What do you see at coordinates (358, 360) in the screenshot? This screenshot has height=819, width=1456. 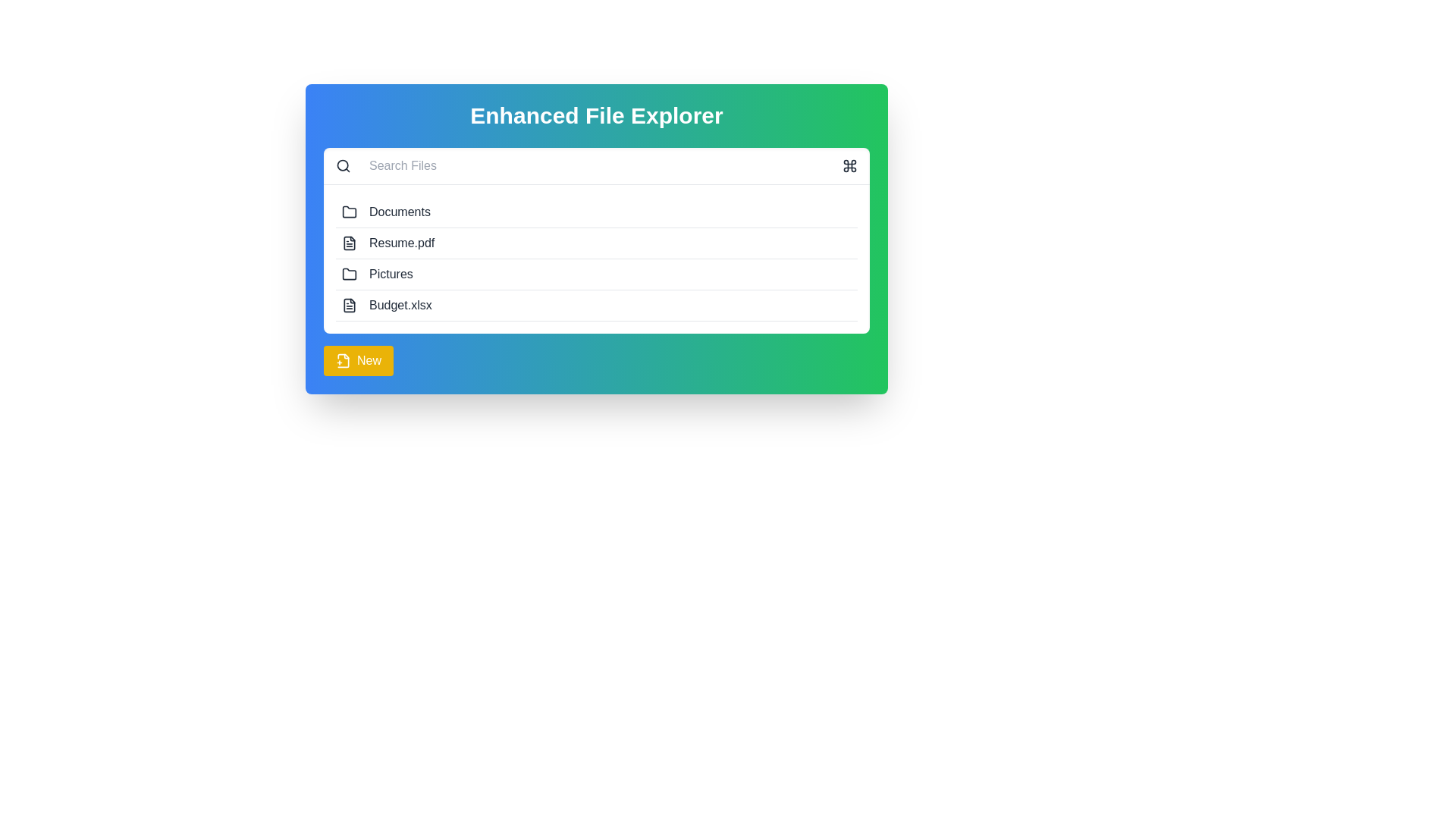 I see `the 'New' button with a yellow background and a file icon to create a new file` at bounding box center [358, 360].